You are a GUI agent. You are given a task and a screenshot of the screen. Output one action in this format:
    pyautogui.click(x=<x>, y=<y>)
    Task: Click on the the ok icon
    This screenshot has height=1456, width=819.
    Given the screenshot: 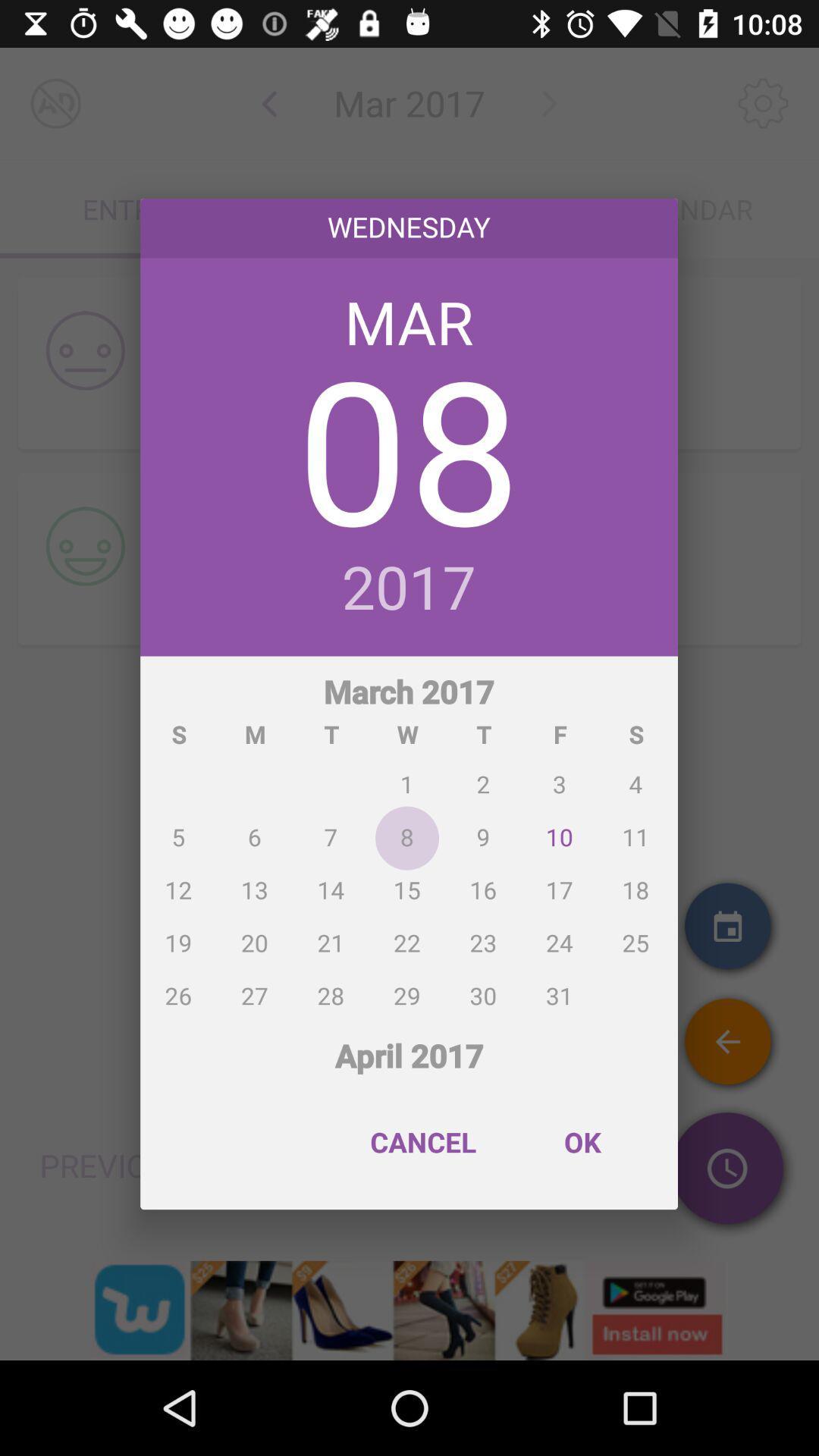 What is the action you would take?
    pyautogui.click(x=581, y=1142)
    